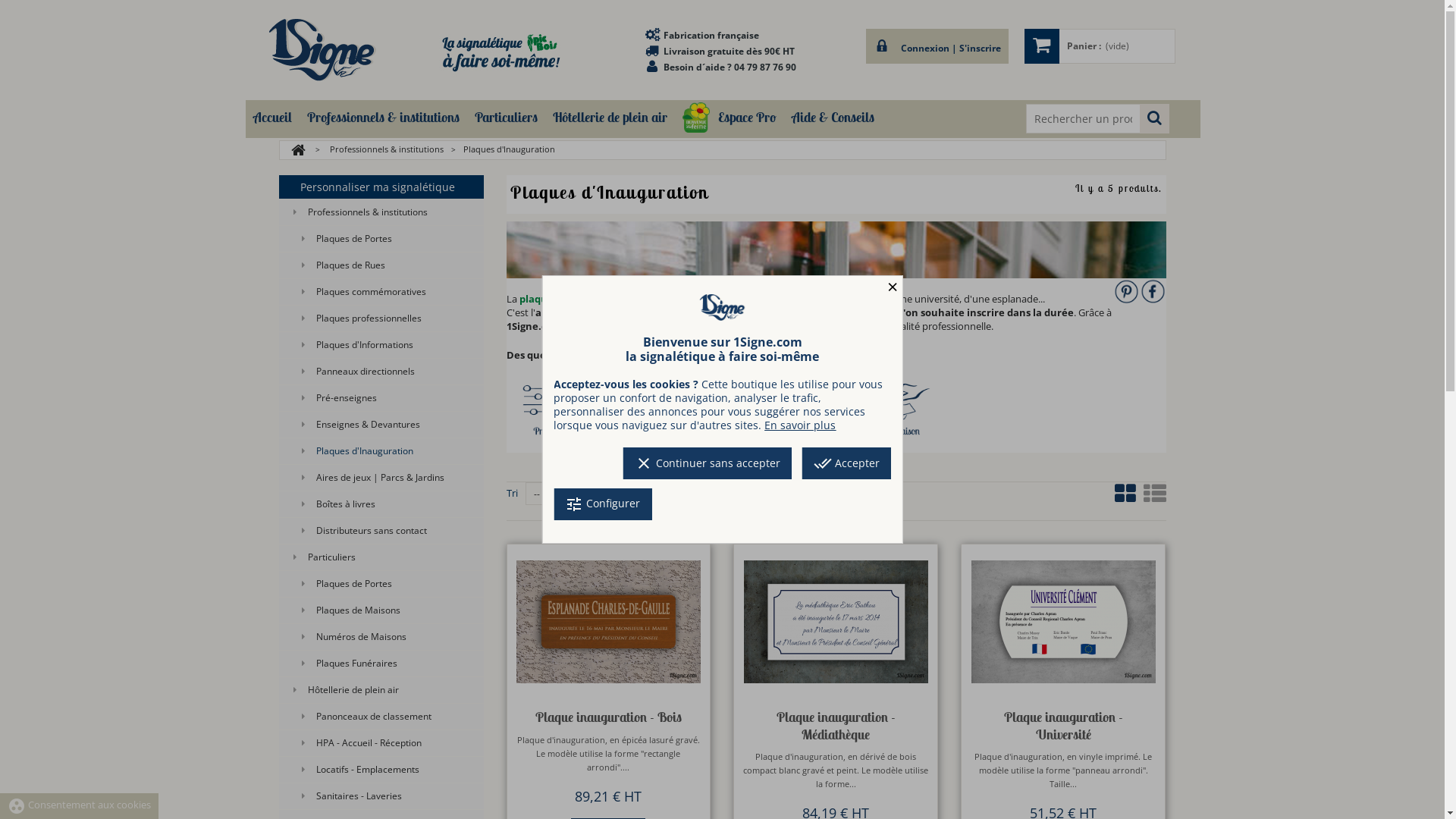  What do you see at coordinates (381, 529) in the screenshot?
I see `'Distributeurs sans contact'` at bounding box center [381, 529].